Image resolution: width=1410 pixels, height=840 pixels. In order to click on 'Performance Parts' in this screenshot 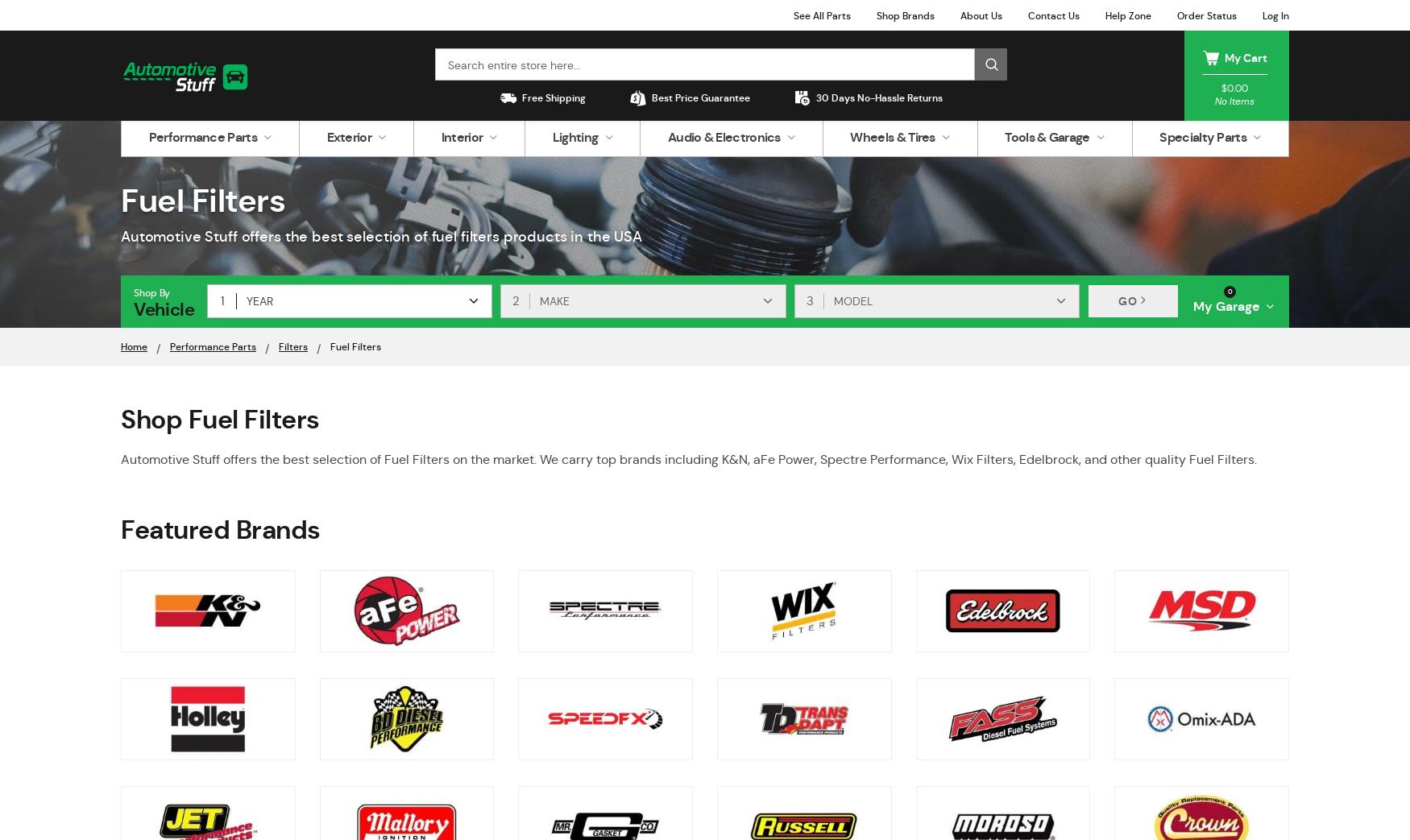, I will do `click(170, 346)`.